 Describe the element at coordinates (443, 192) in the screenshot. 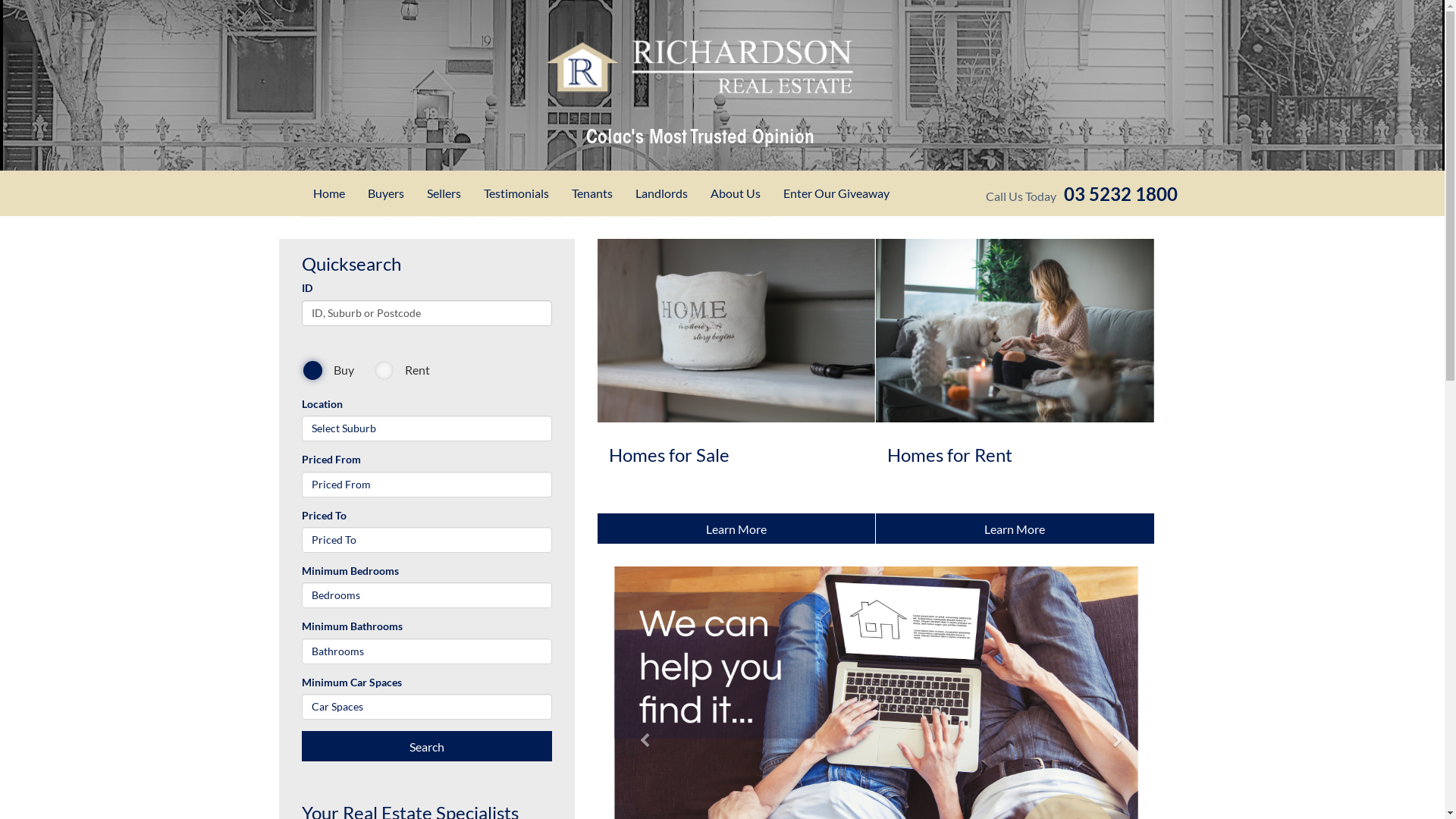

I see `'Sellers'` at that location.